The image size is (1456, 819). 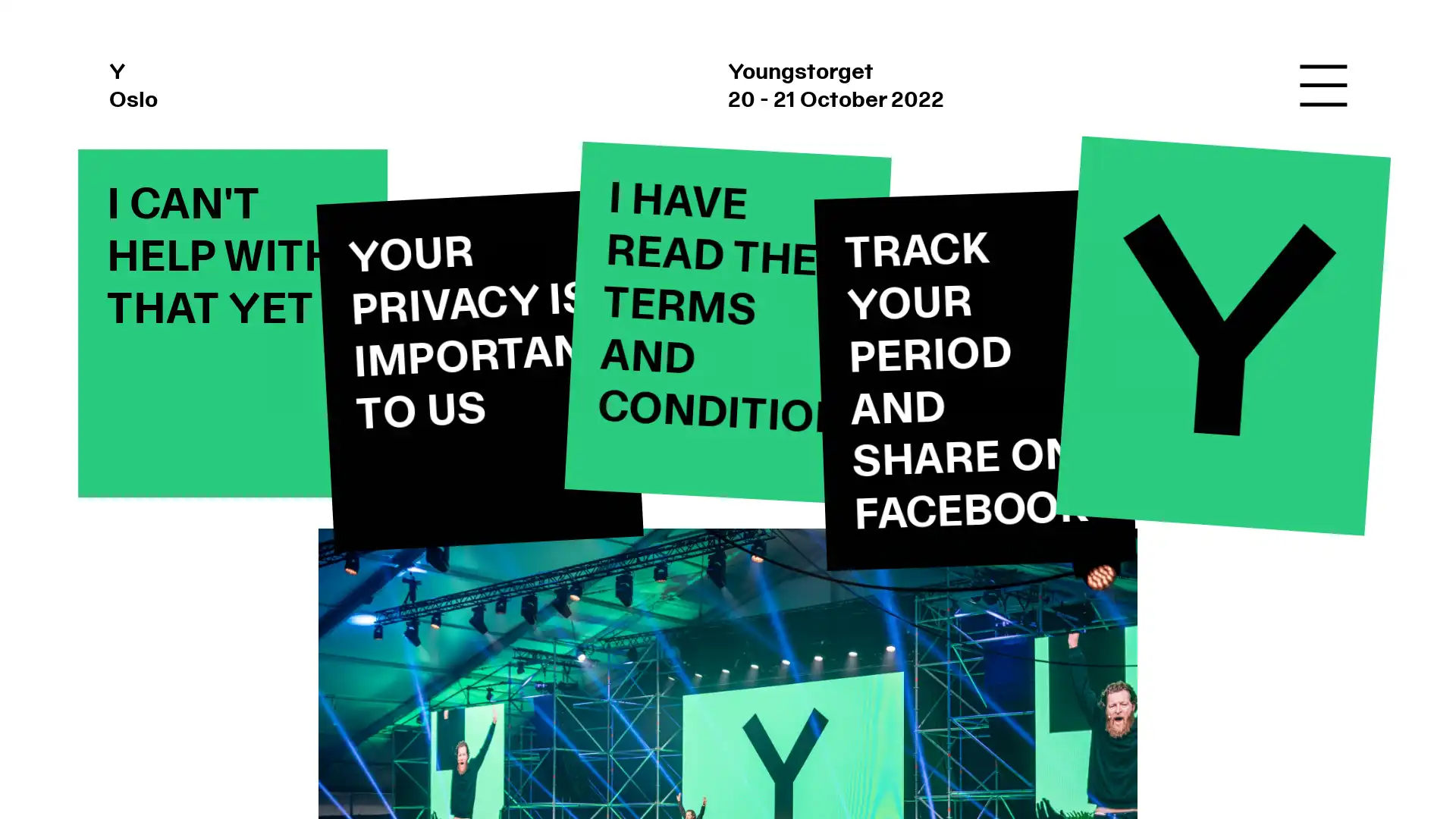 I want to click on Y, so click(x=1222, y=334).